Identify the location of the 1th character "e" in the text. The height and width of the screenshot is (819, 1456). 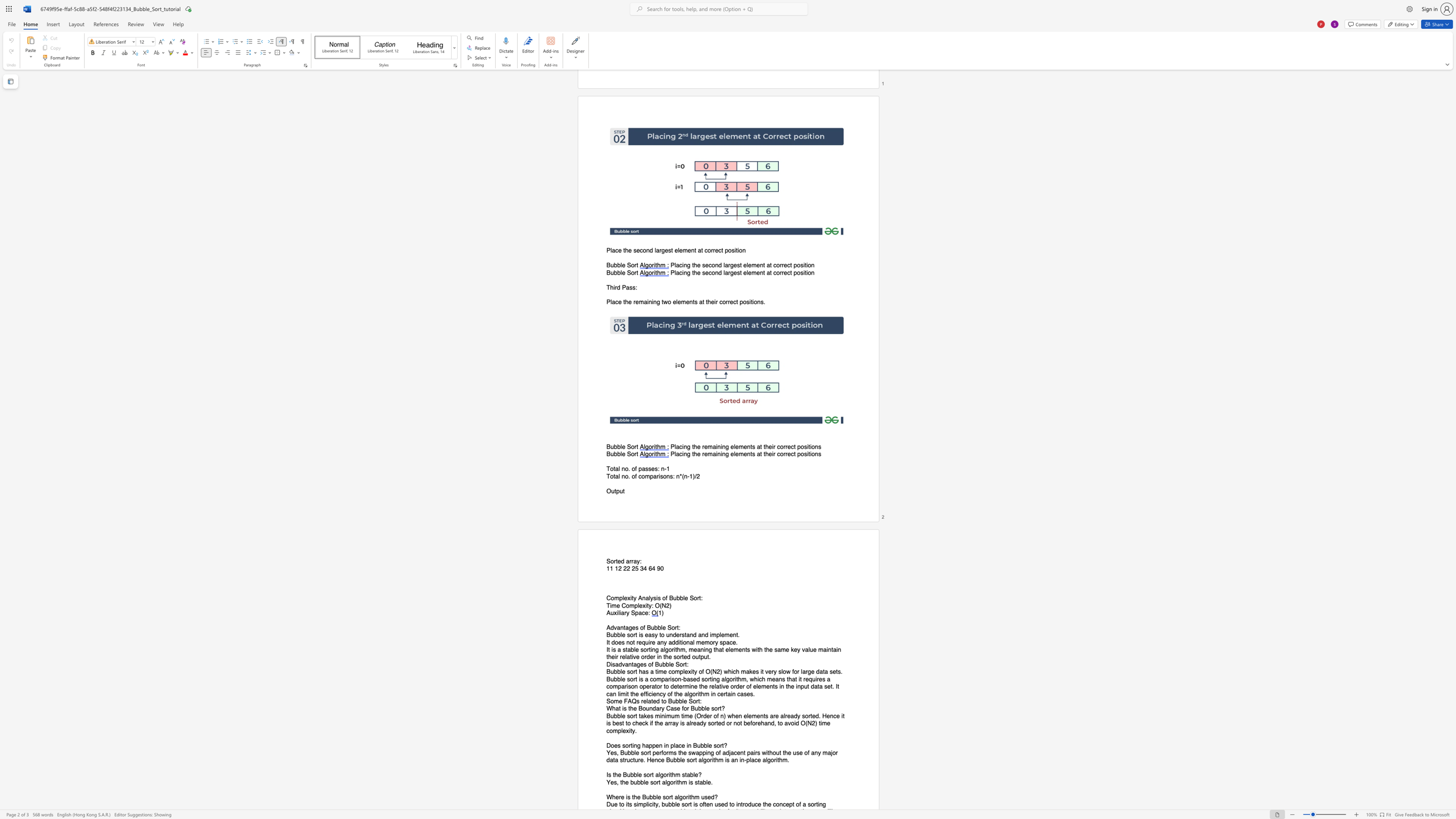
(702, 642).